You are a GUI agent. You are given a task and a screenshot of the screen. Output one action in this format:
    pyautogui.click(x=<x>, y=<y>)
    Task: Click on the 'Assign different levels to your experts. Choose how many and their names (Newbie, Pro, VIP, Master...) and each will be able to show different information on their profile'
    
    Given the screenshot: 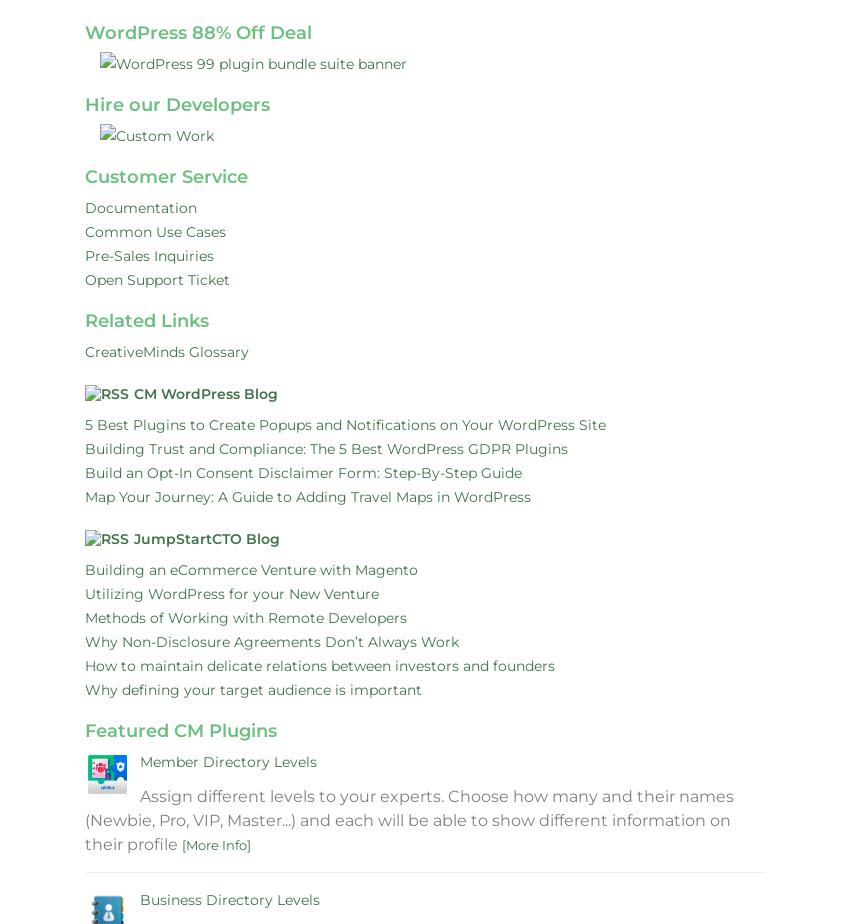 What is the action you would take?
    pyautogui.click(x=409, y=820)
    